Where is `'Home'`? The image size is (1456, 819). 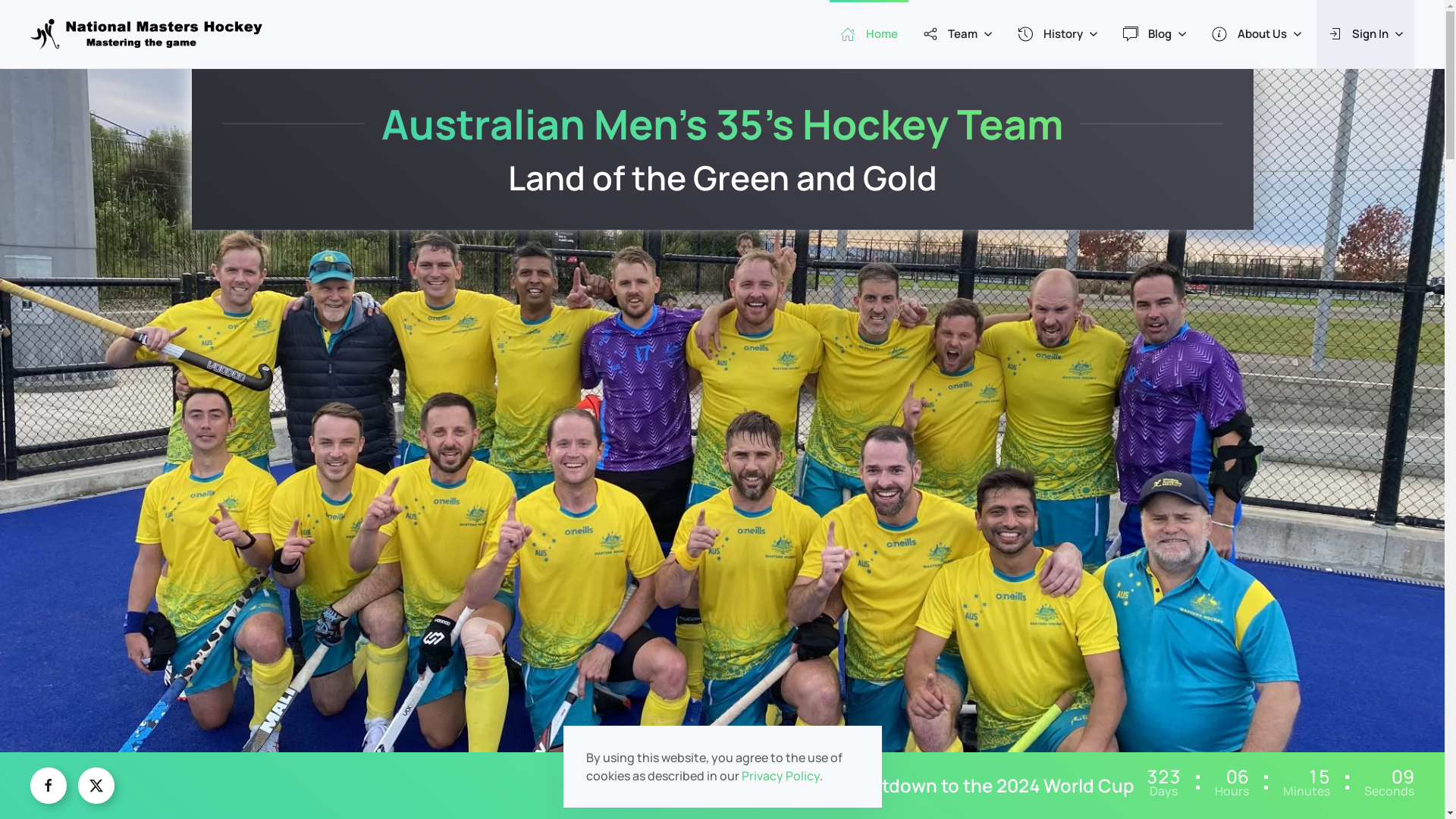 'Home' is located at coordinates (869, 34).